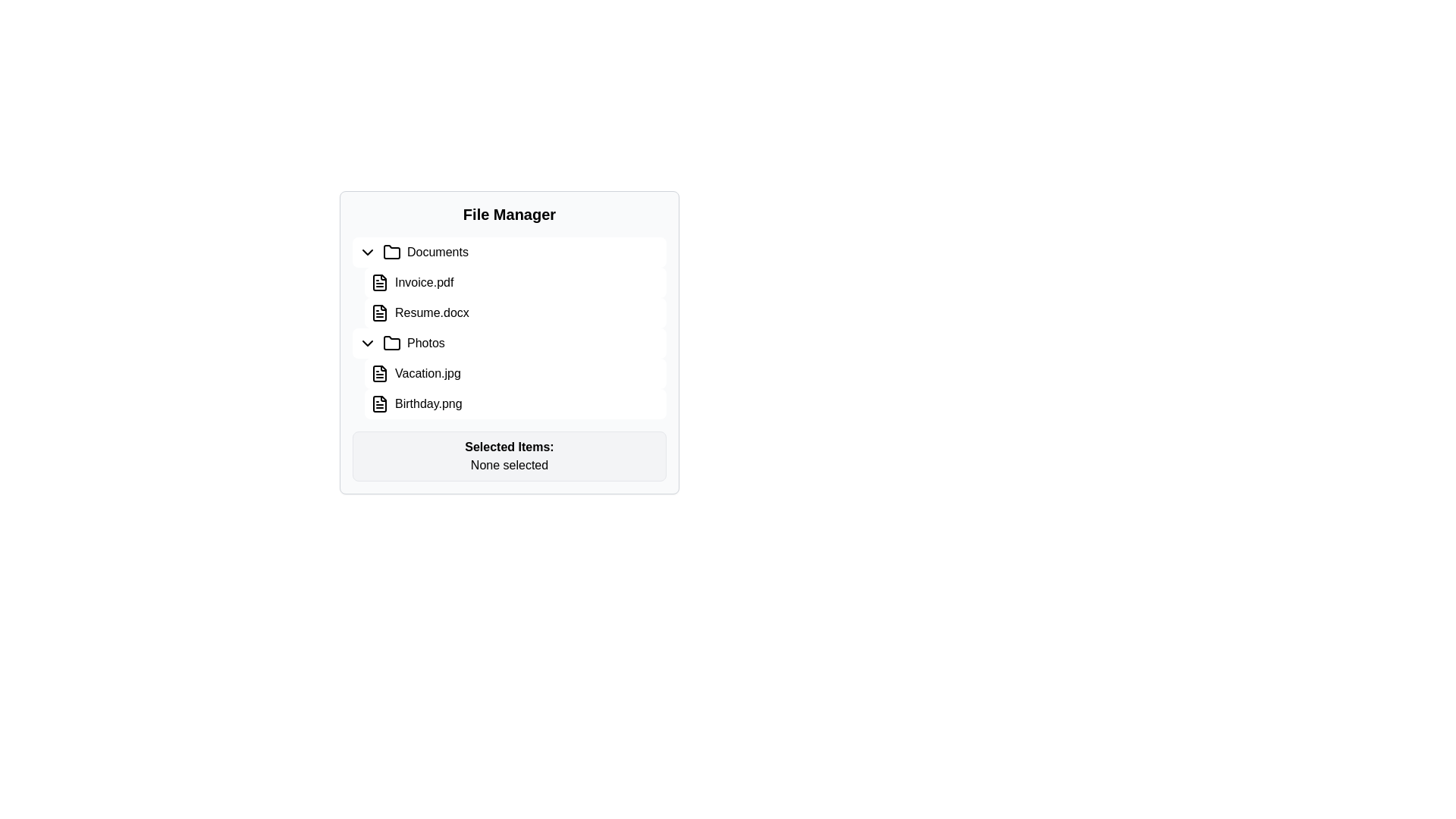 The height and width of the screenshot is (819, 1456). Describe the element at coordinates (379, 403) in the screenshot. I see `the file icon representing a document in the file manager interface, which is positioned directly before the text label 'Birthday.png'` at that location.